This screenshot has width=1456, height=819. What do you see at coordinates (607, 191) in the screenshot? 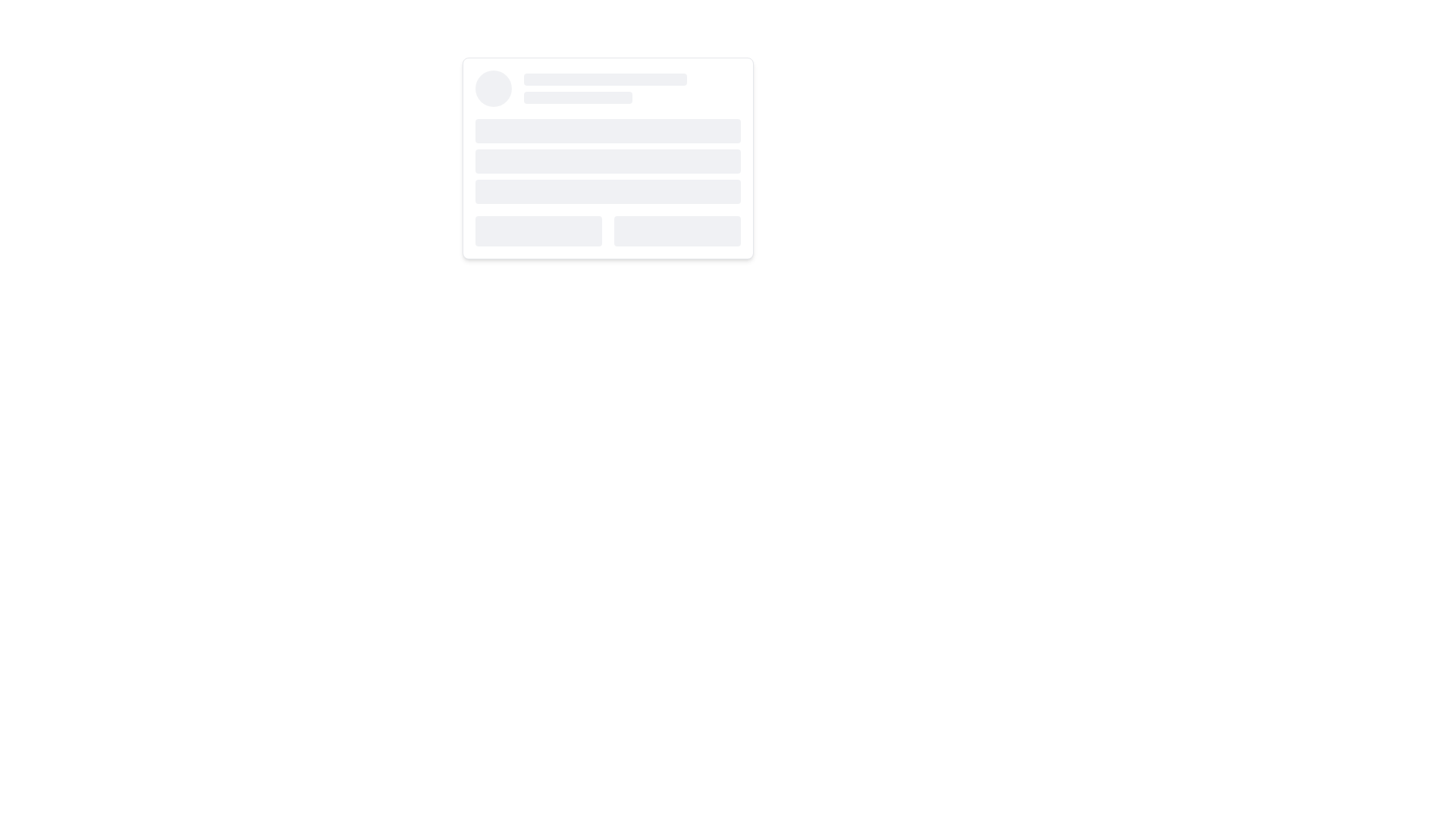
I see `the third (bottommost) Loading placeholder, which is a light gray rectangular element with rounded corners and a shimmering animation` at bounding box center [607, 191].